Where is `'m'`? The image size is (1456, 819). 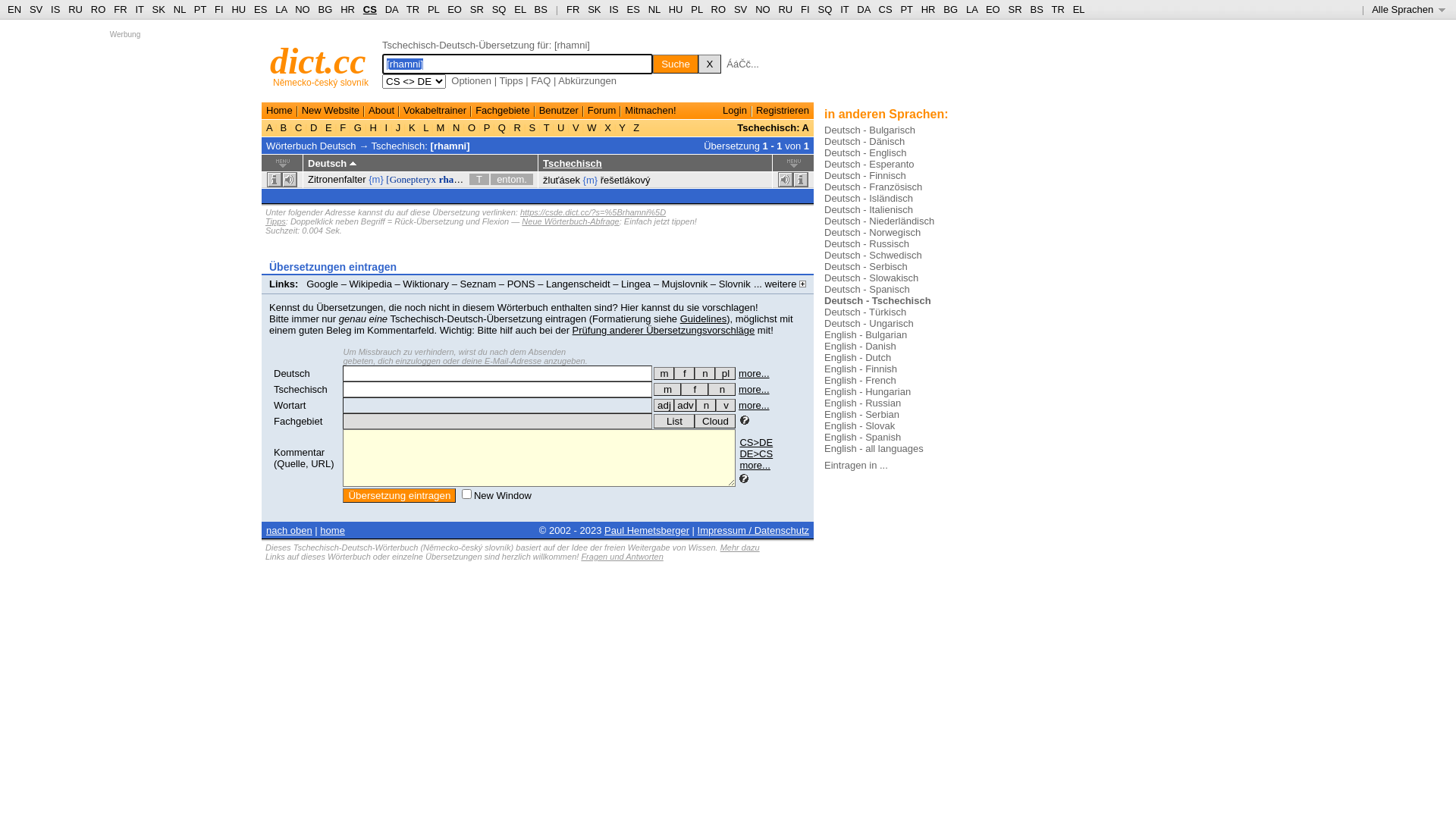 'm' is located at coordinates (667, 388).